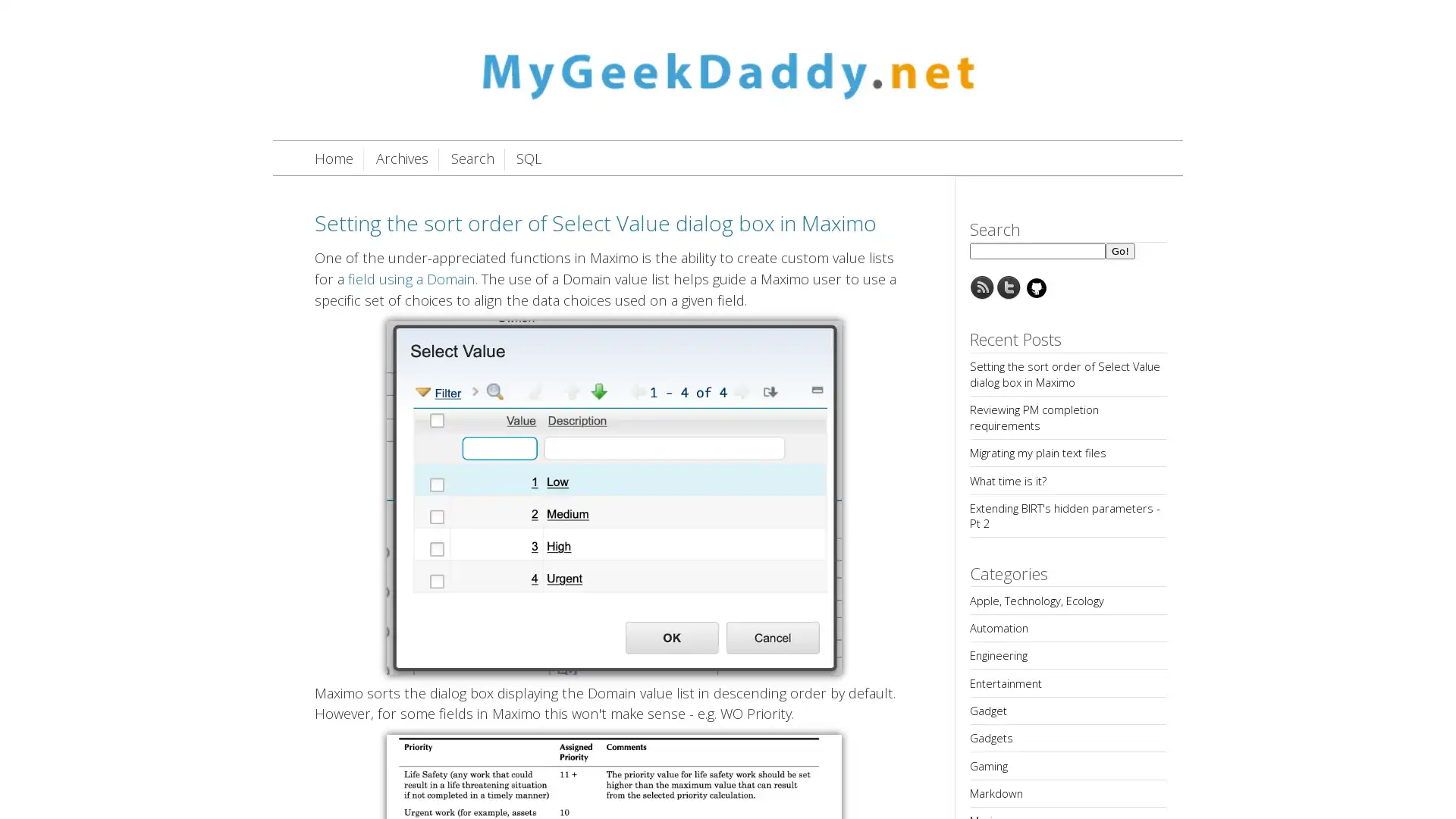  What do you see at coordinates (1120, 250) in the screenshot?
I see `Go!` at bounding box center [1120, 250].